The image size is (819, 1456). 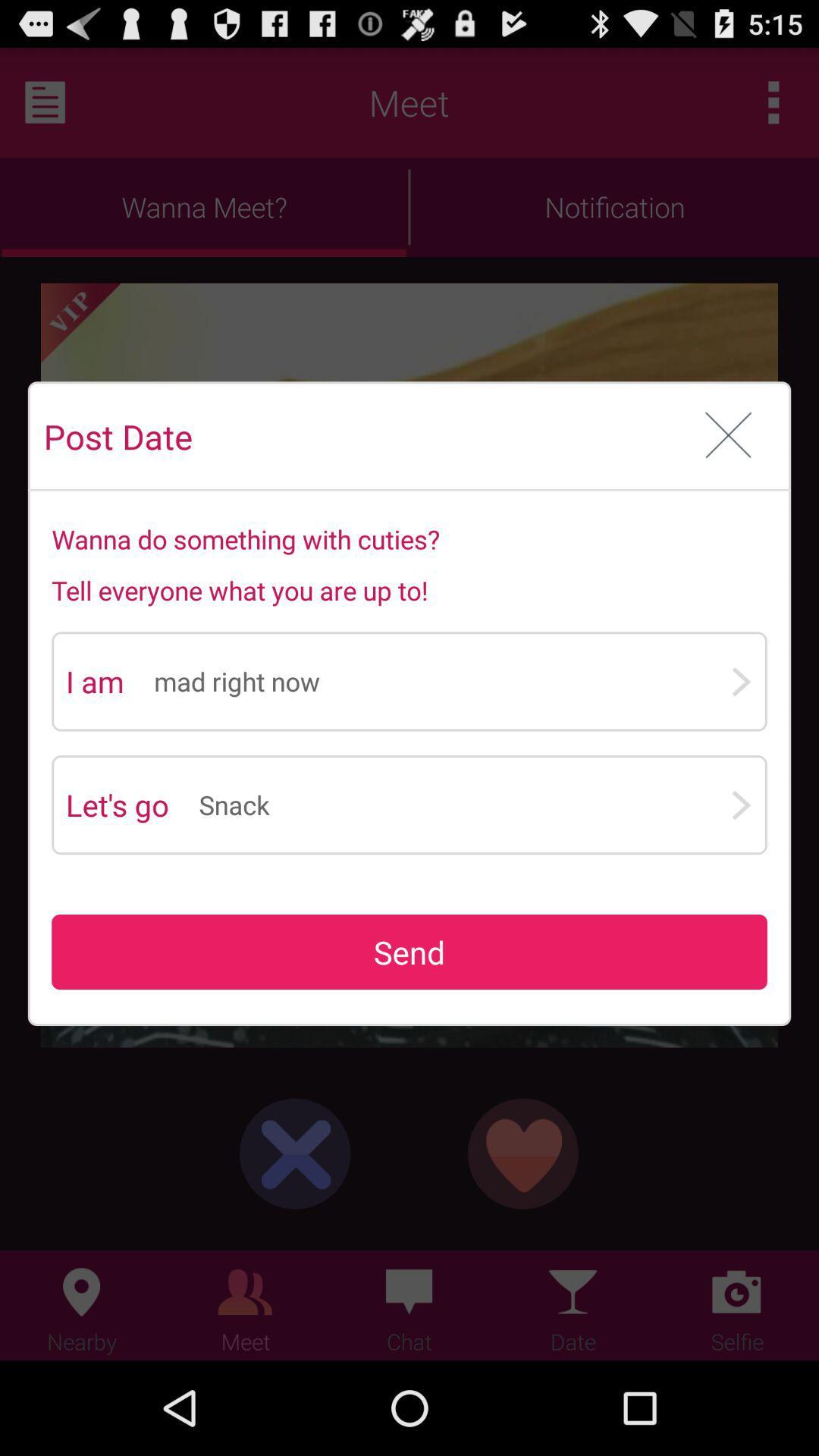 I want to click on app above snack icon, so click(x=442, y=680).